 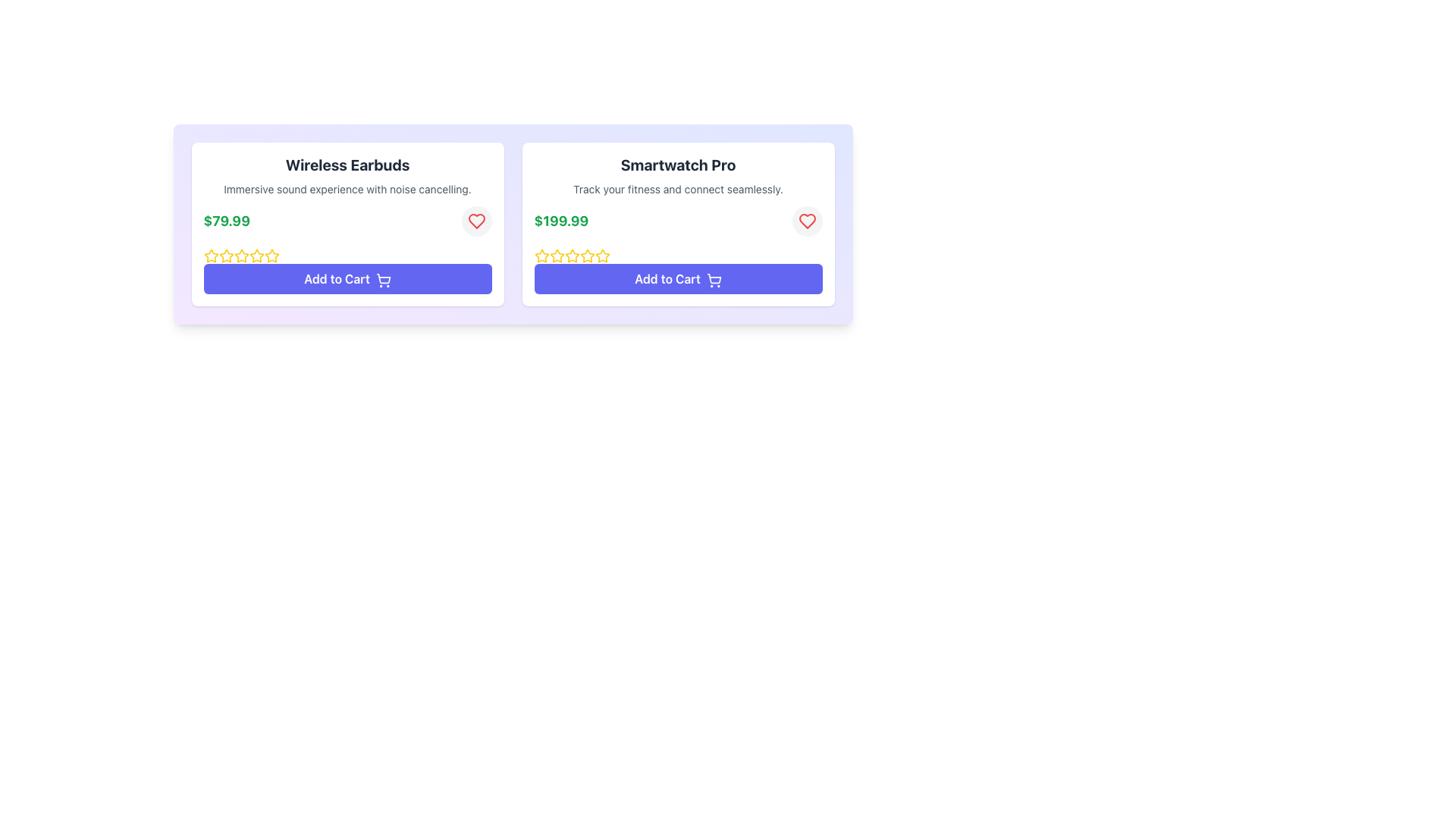 What do you see at coordinates (347, 165) in the screenshot?
I see `the static text element that displays the product title in the product card with a white background and rounded corners` at bounding box center [347, 165].